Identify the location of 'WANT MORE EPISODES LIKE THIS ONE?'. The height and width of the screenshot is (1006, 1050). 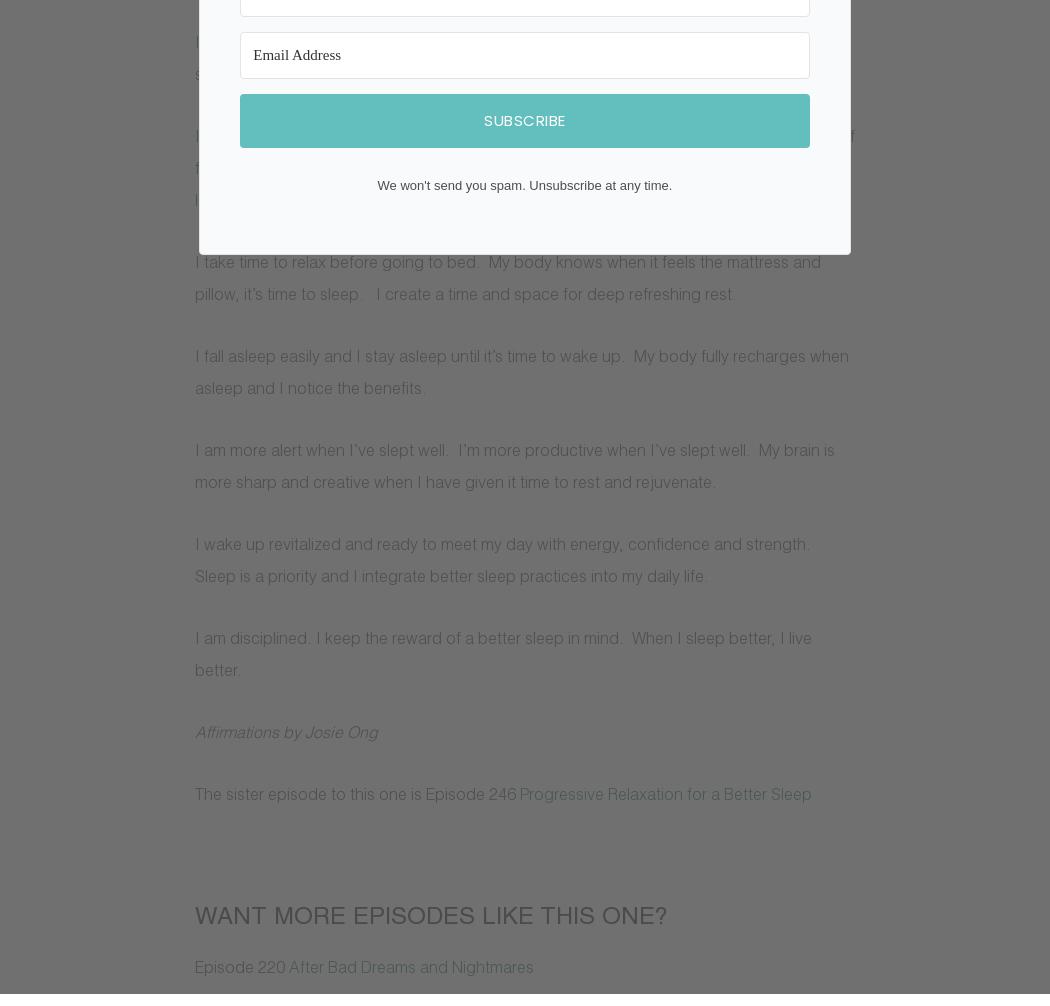
(430, 916).